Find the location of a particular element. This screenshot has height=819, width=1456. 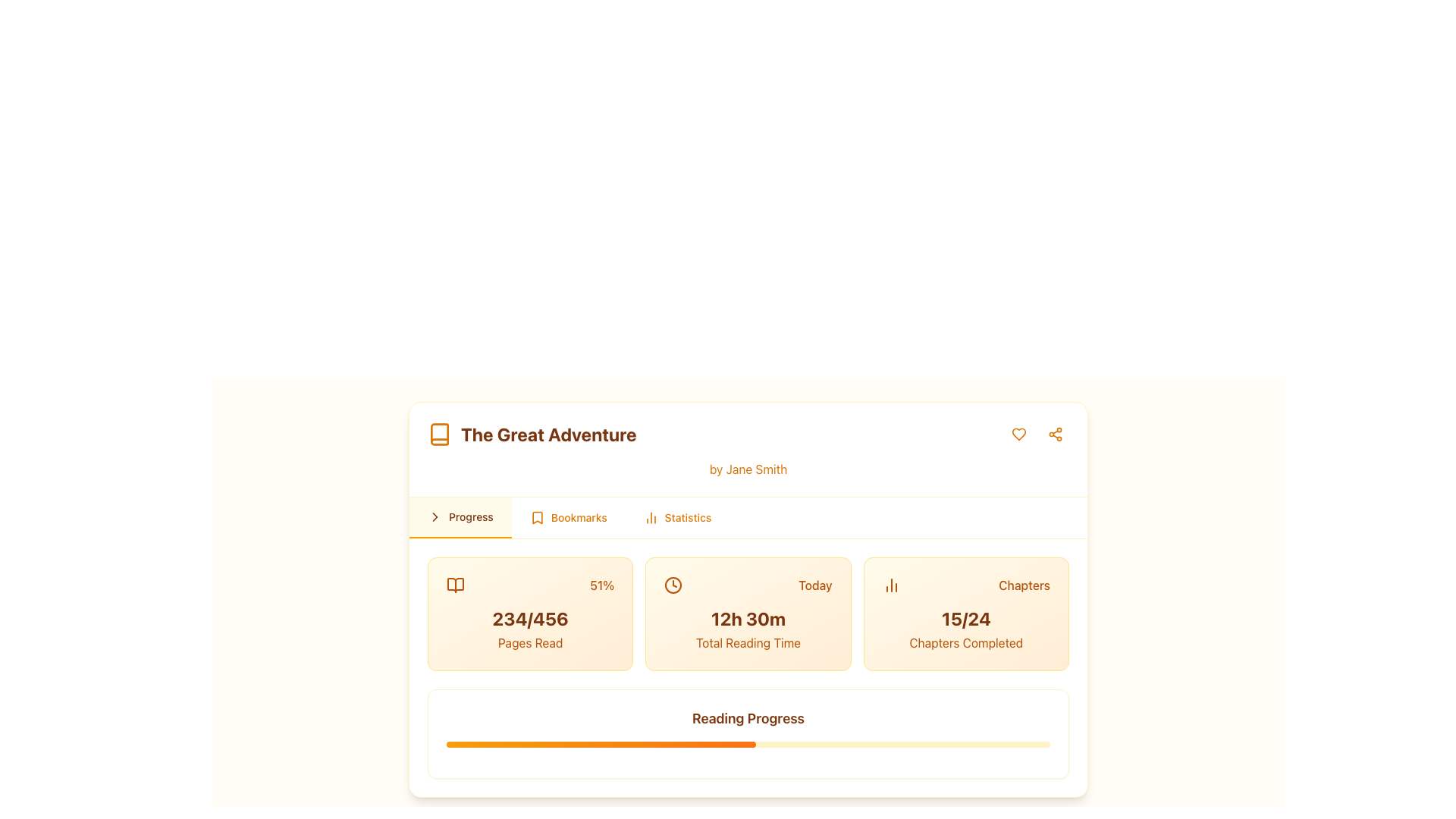

the Informational card that displays the user's reading progress, located at the first position on the left within a grid layout of three cards is located at coordinates (530, 614).